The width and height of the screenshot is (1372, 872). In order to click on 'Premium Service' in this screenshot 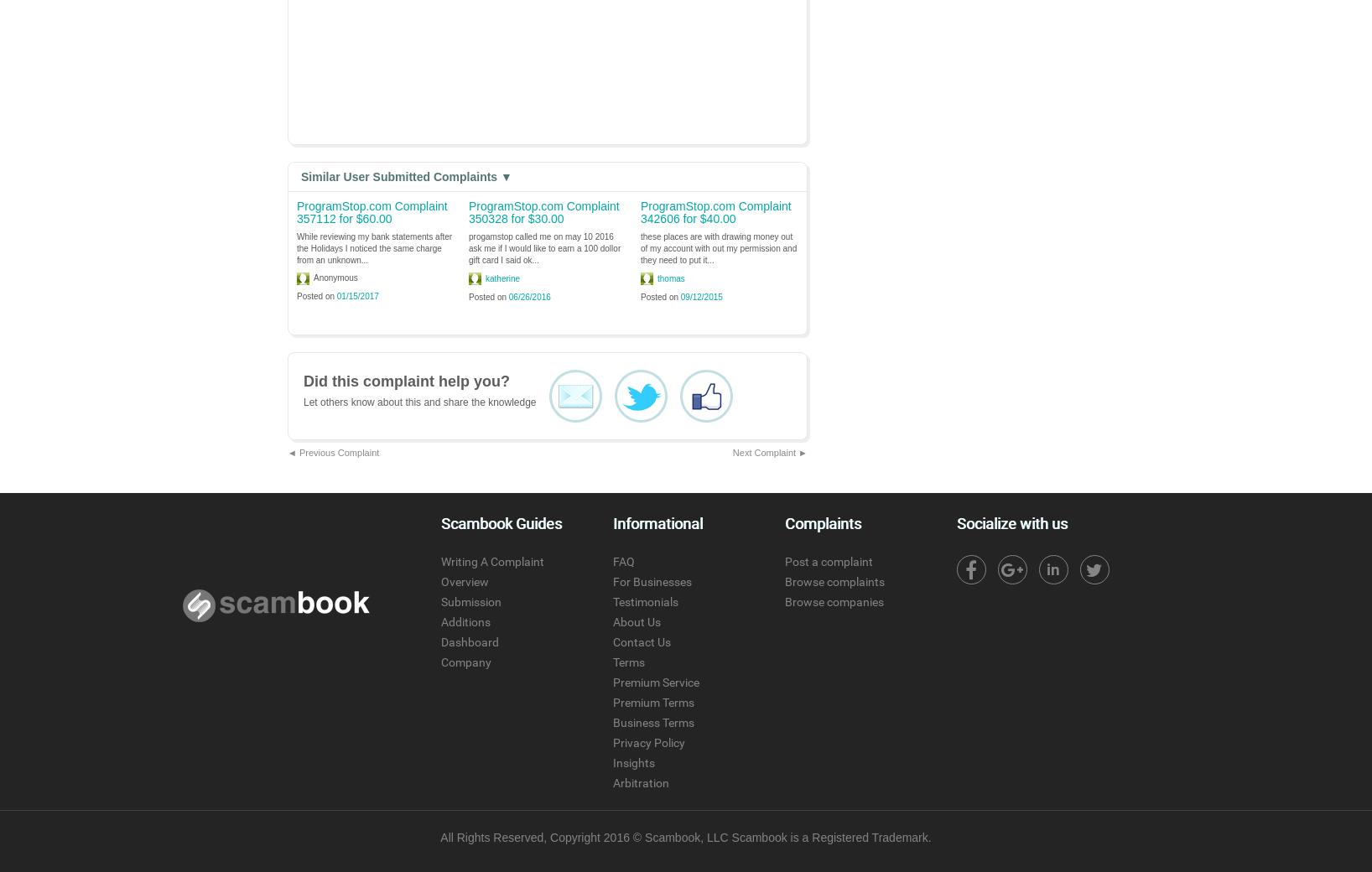, I will do `click(655, 682)`.